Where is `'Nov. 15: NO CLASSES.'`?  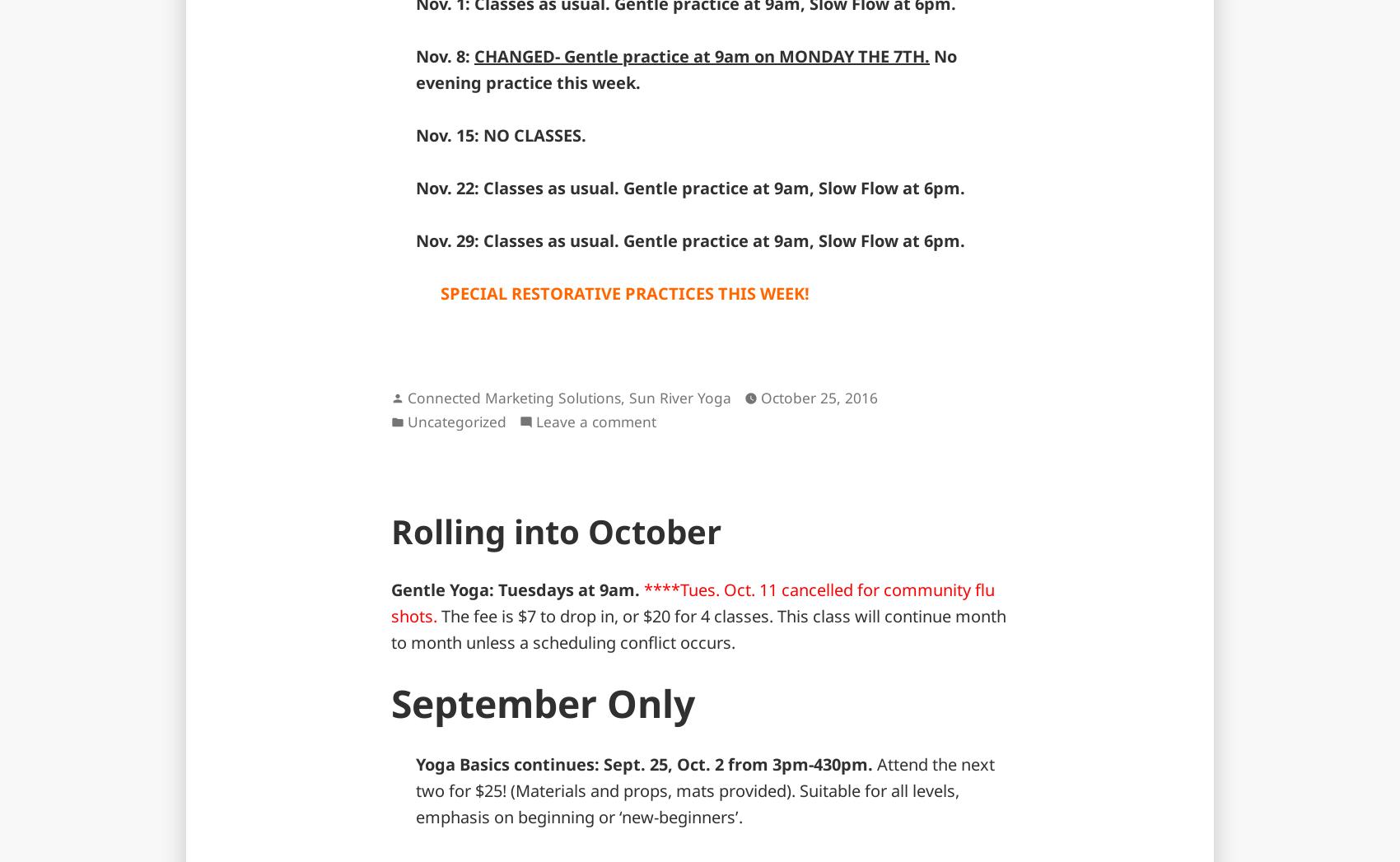 'Nov. 15: NO CLASSES.' is located at coordinates (500, 134).